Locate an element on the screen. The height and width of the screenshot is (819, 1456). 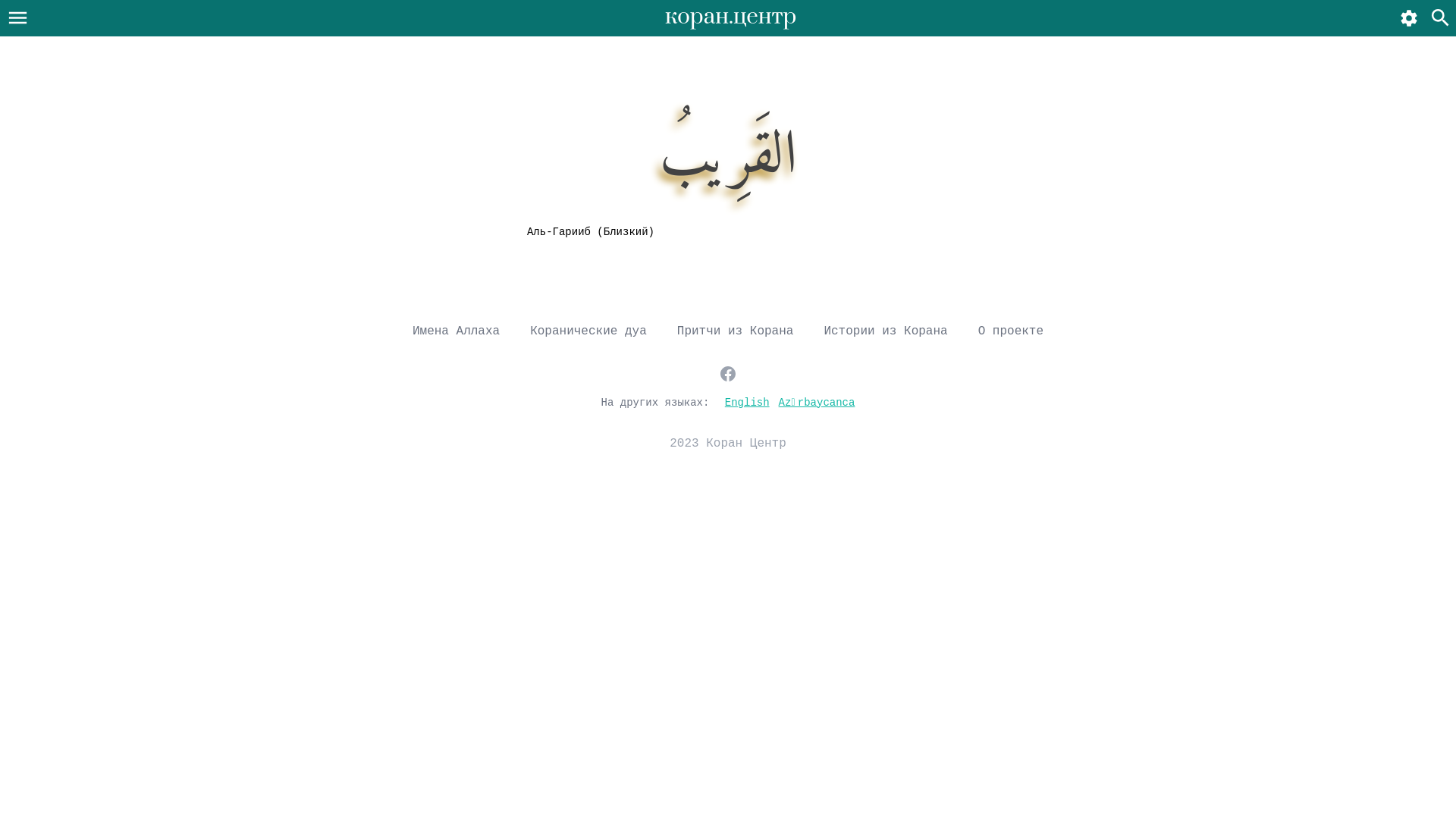
'English' is located at coordinates (747, 400).